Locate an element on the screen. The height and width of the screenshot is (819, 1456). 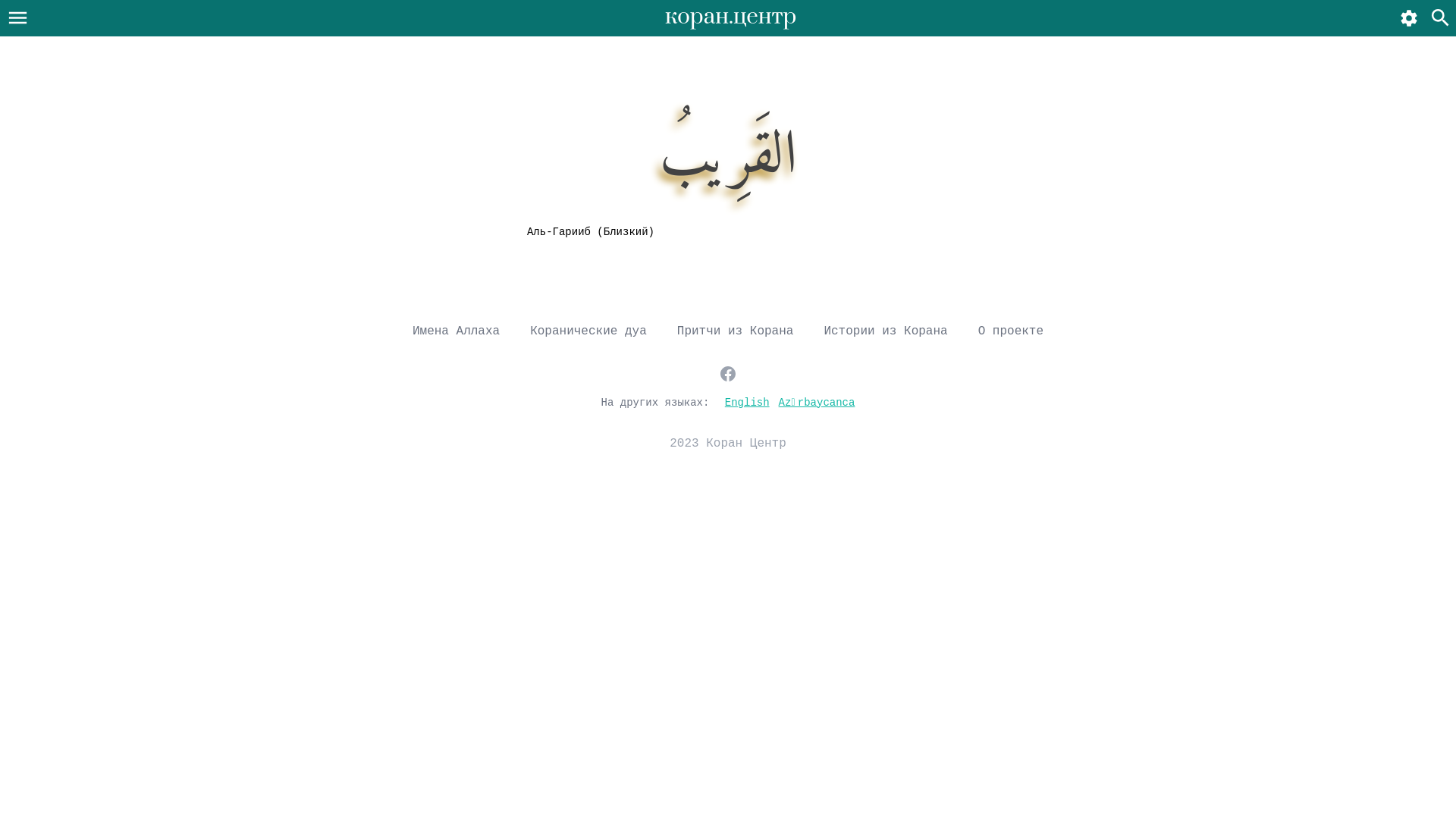
'English' is located at coordinates (747, 400).